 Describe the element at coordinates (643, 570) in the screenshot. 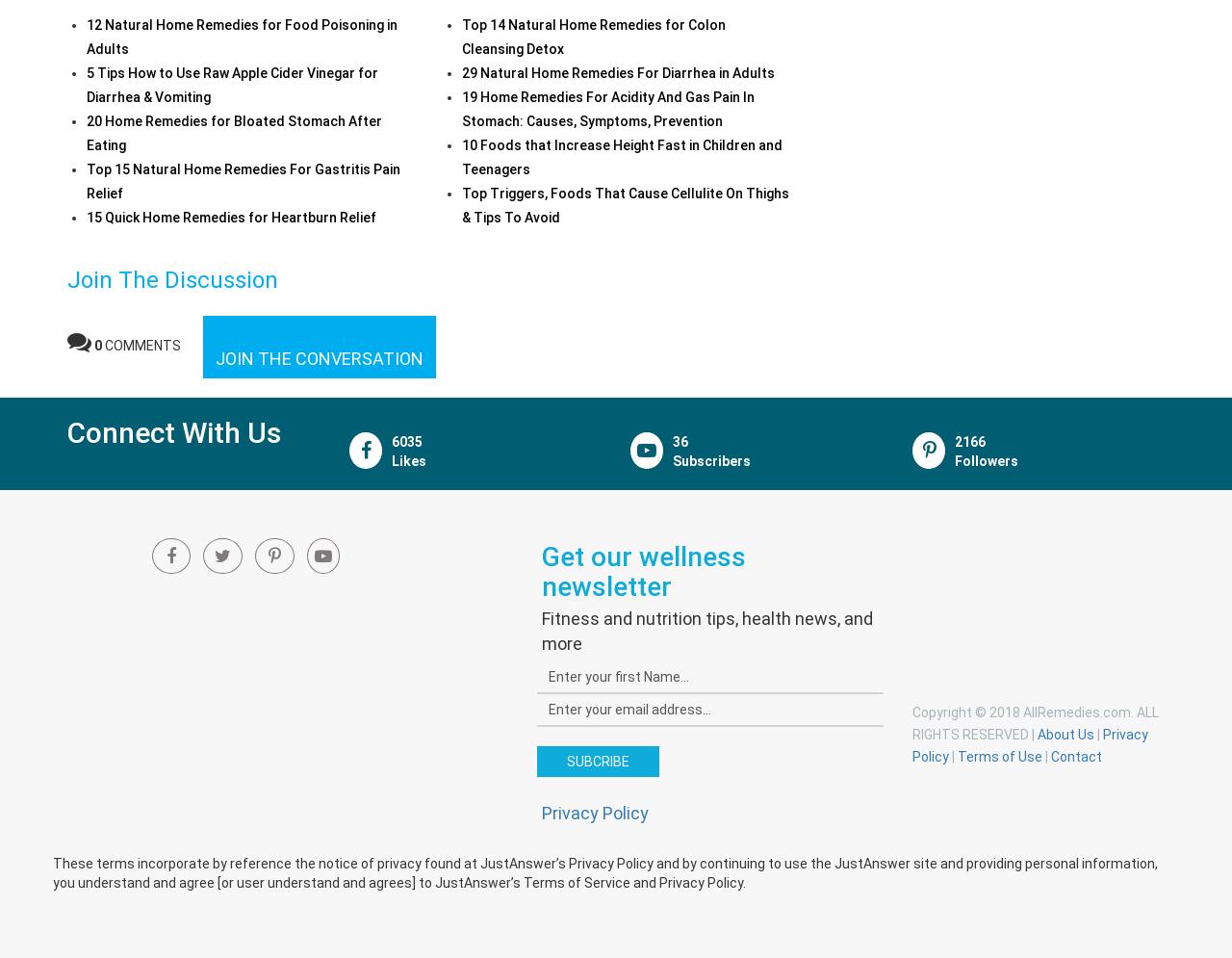

I see `'Get our wellness newsletter'` at that location.